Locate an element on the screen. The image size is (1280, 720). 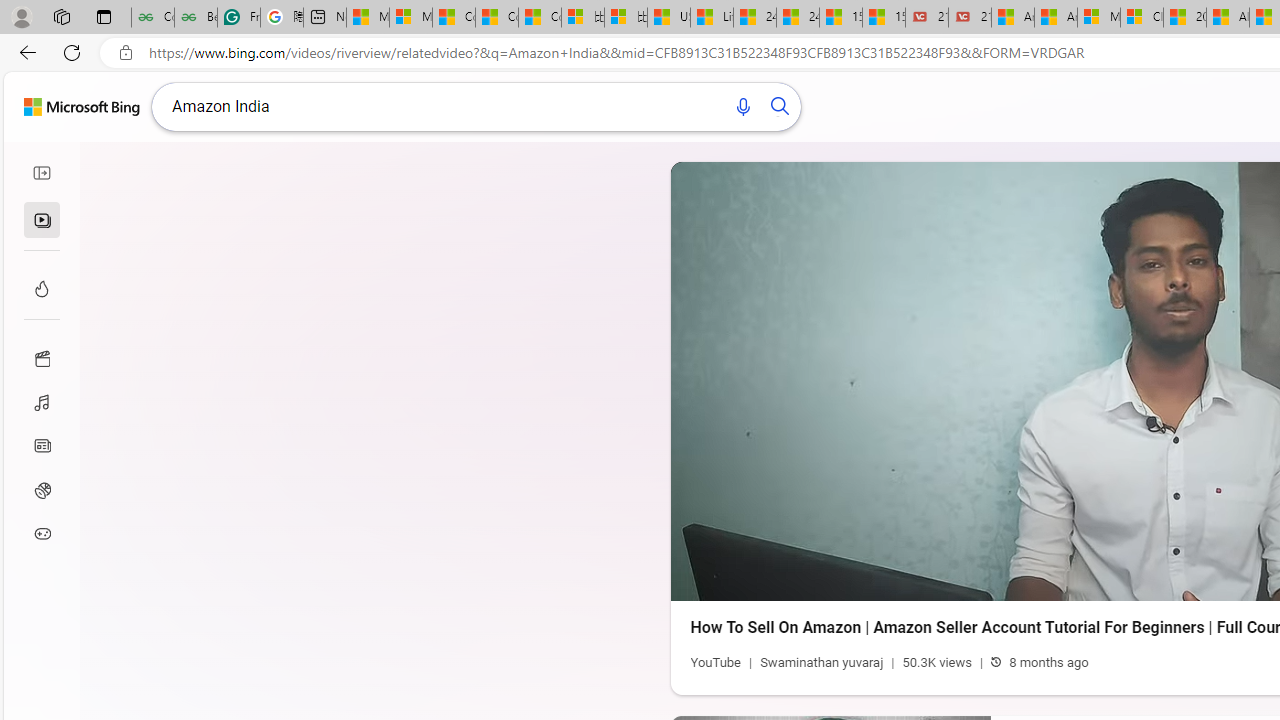
'Complete Guide to Arrays Data Structure - GeeksforGeeks' is located at coordinates (151, 17).